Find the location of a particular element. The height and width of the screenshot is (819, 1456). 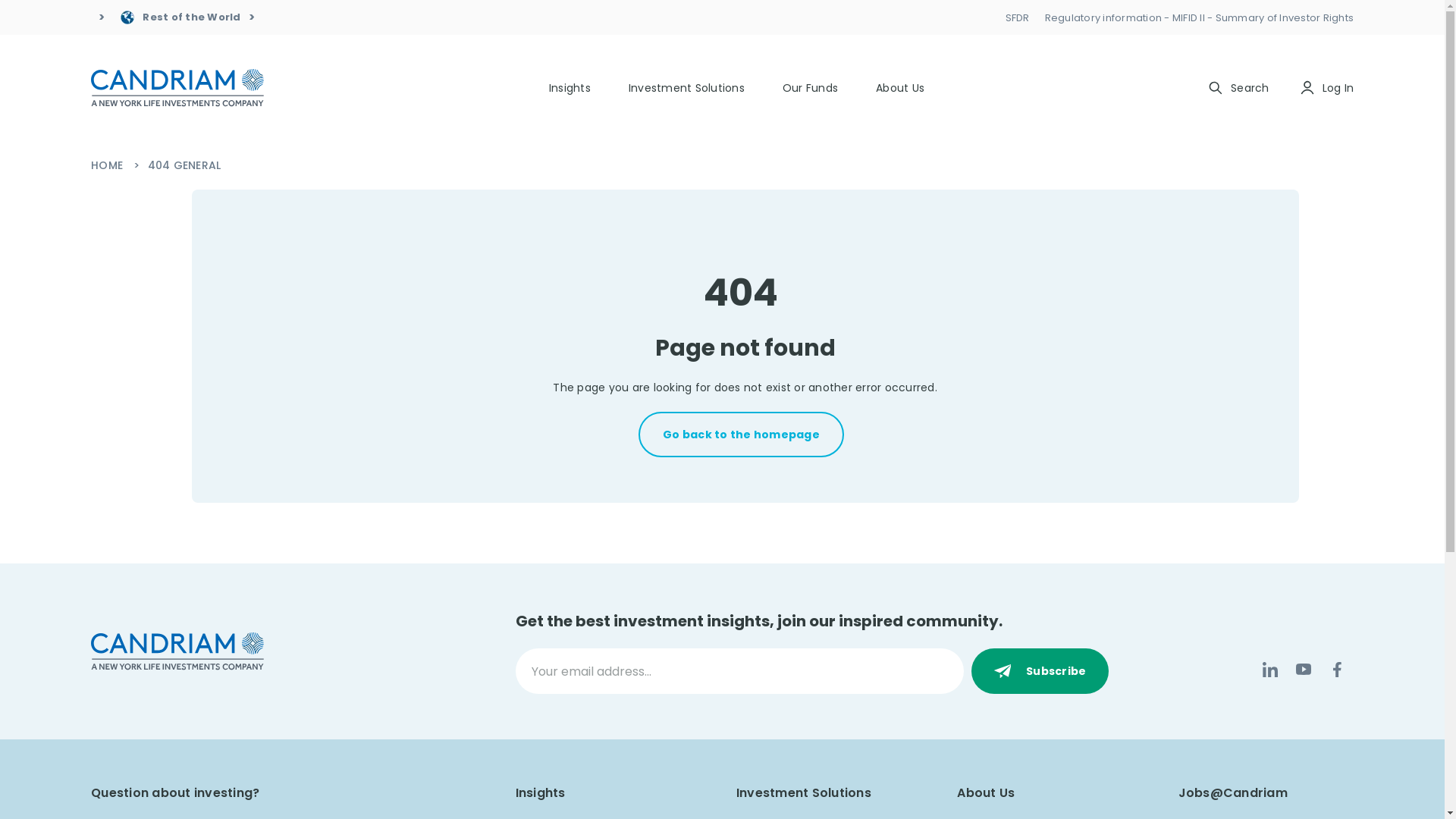

'Go back to the homepage' is located at coordinates (741, 435).